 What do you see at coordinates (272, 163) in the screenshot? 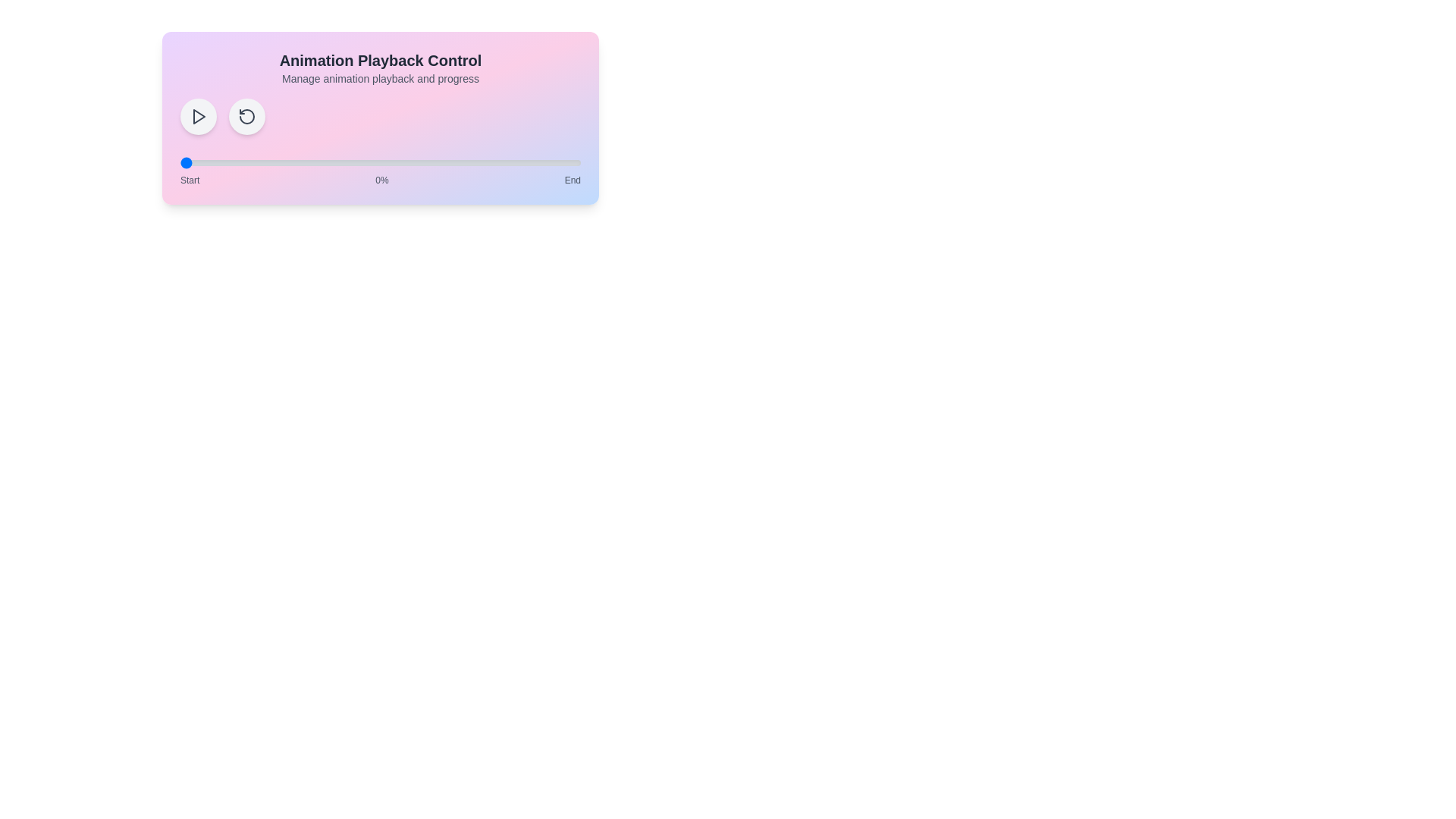
I see `the animation progress to 23% by interacting with the range slider` at bounding box center [272, 163].